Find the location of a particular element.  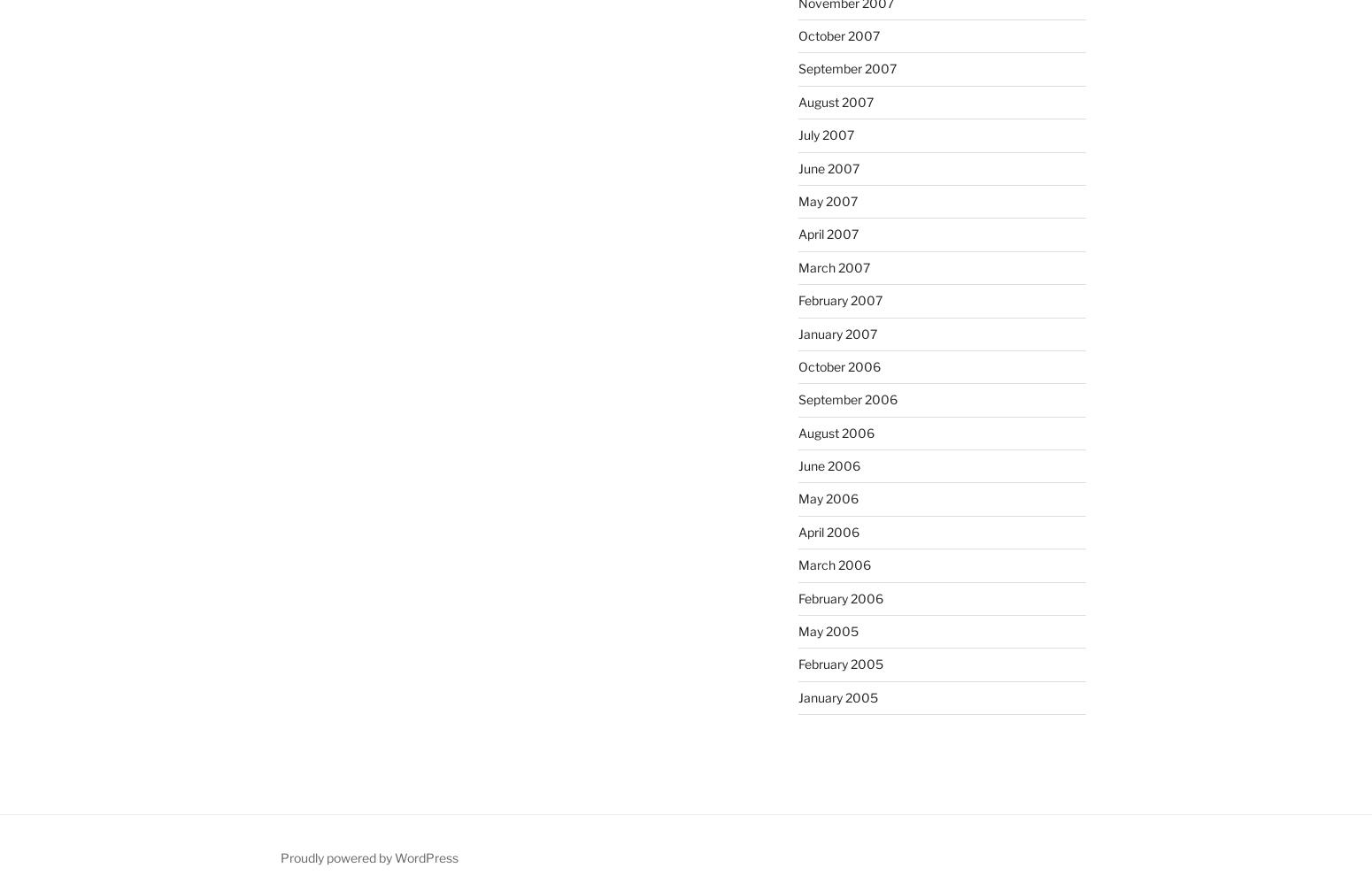

'January 2007' is located at coordinates (836, 333).